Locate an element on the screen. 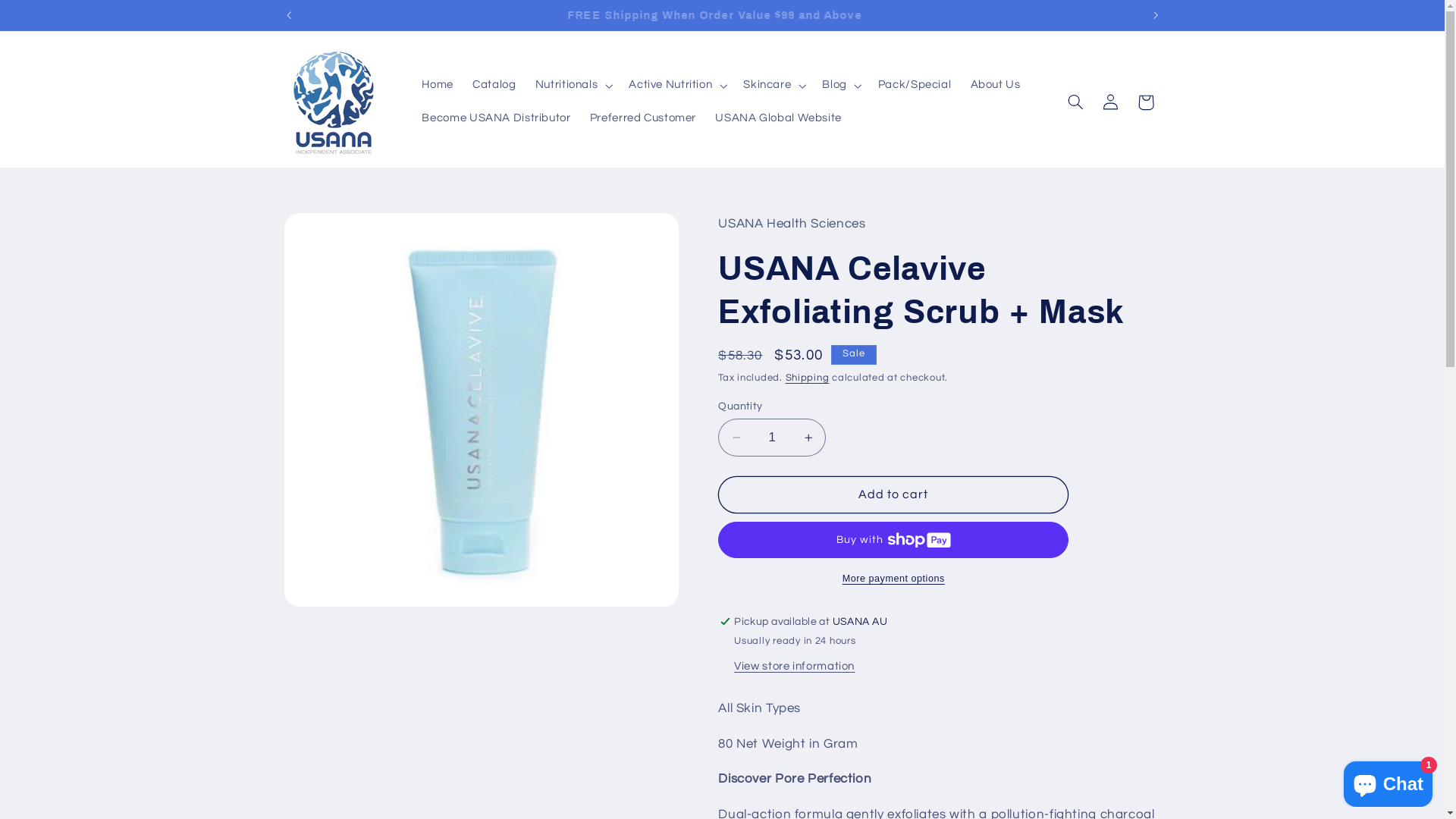  'Home' is located at coordinates (437, 85).